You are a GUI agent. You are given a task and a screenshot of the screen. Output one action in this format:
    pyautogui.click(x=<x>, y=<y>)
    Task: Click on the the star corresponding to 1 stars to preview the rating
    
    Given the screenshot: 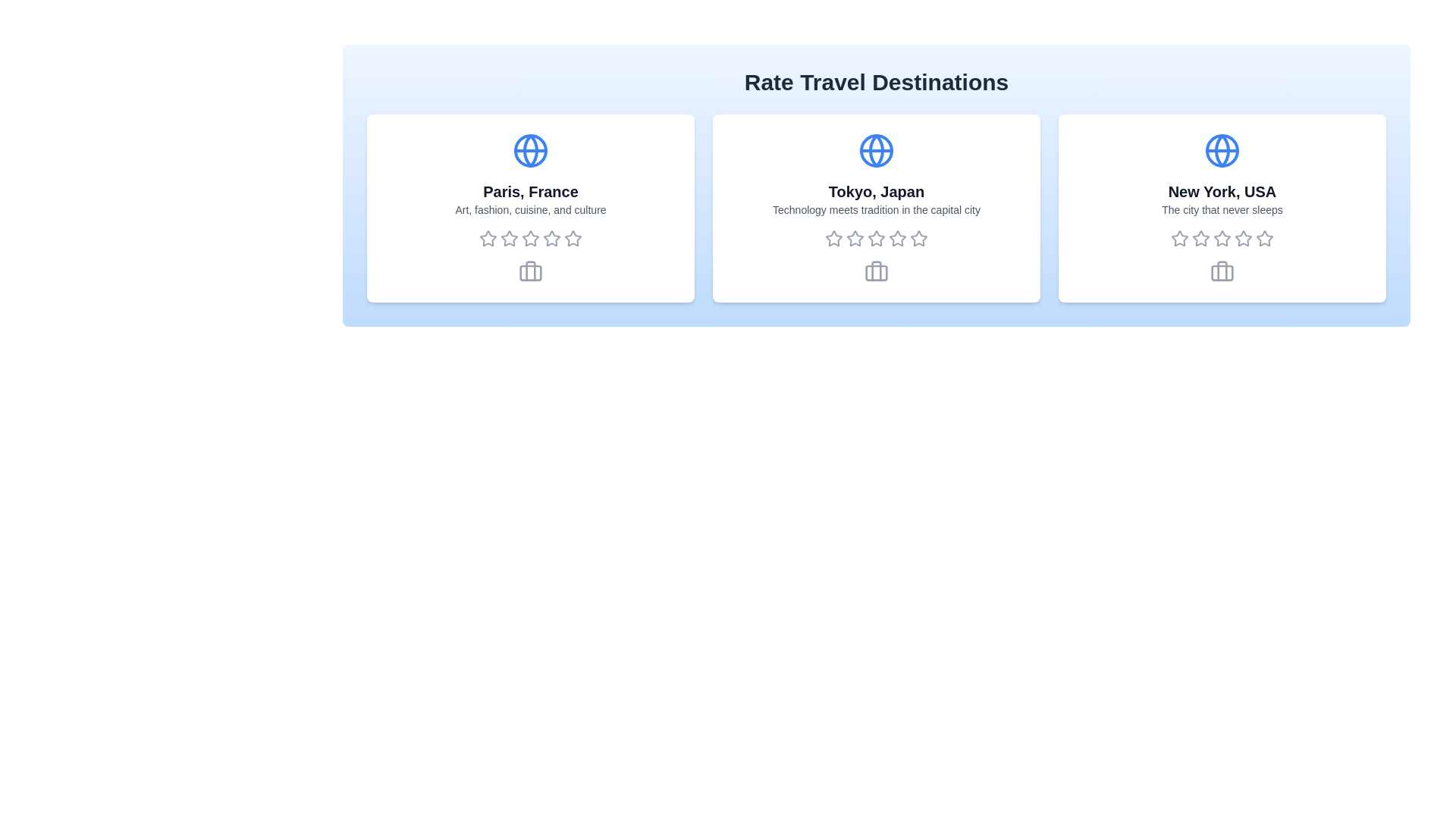 What is the action you would take?
    pyautogui.click(x=488, y=239)
    